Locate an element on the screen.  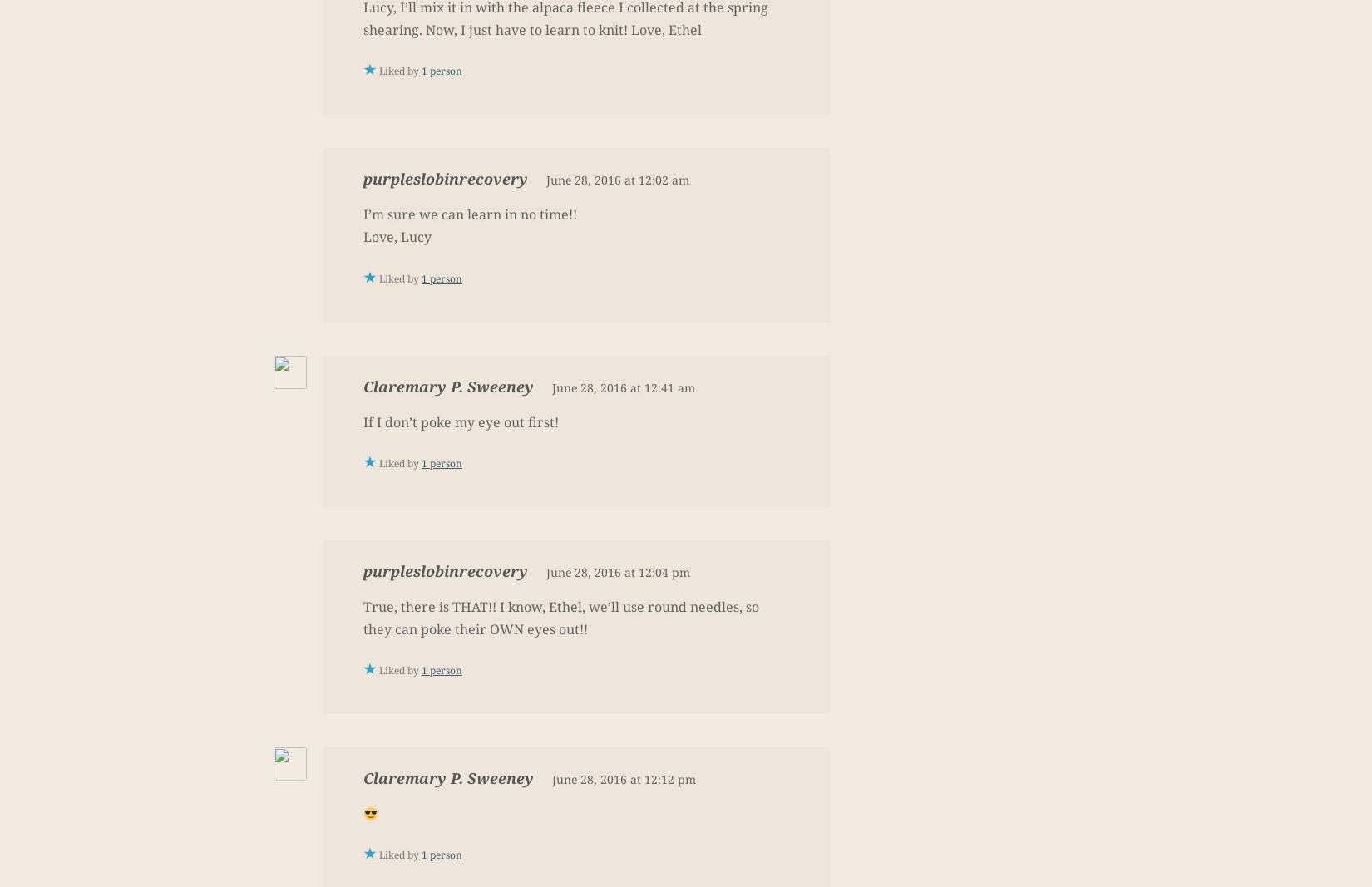
'Love, Lucy' is located at coordinates (397, 236).